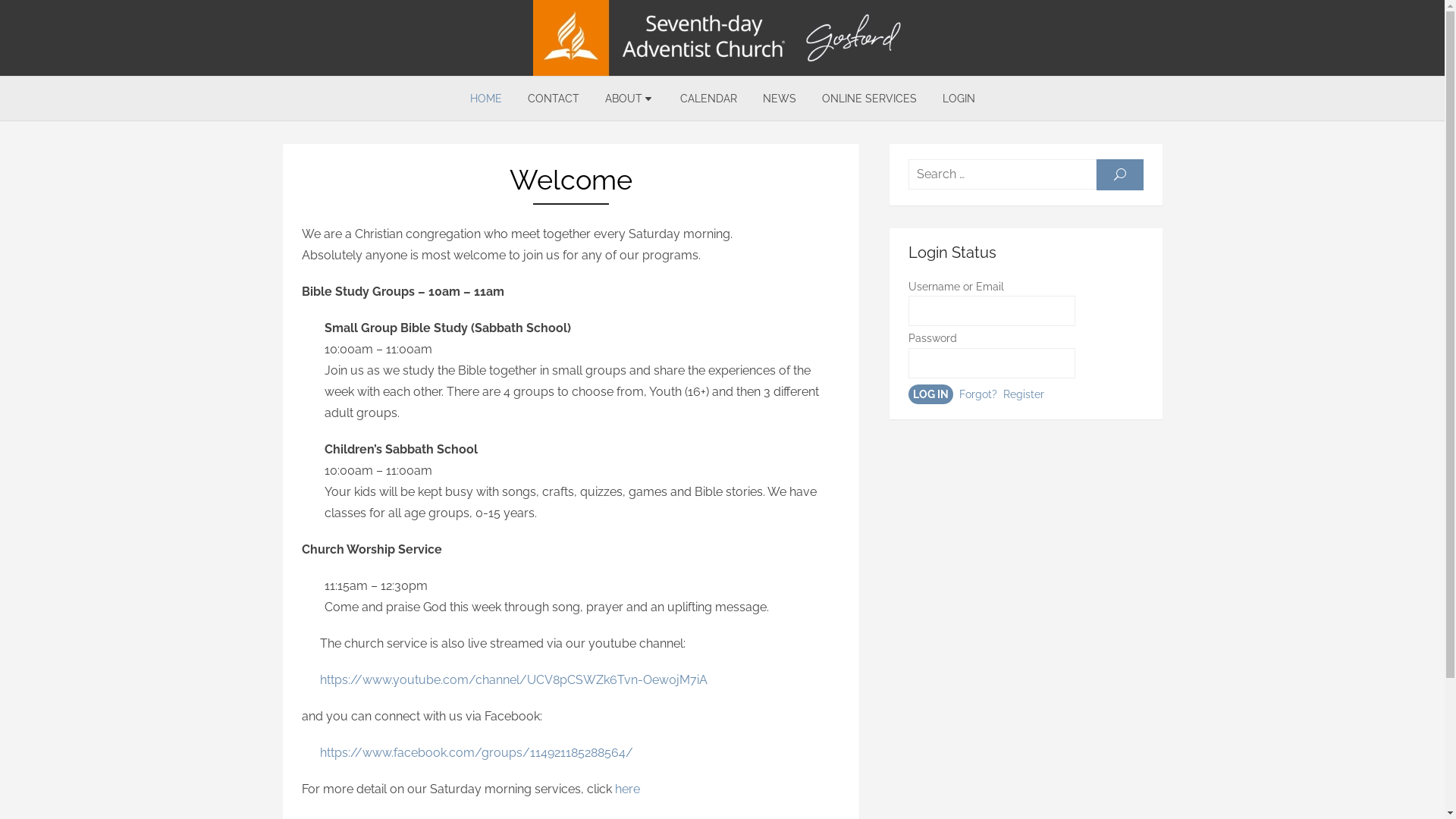 The width and height of the screenshot is (1456, 819). I want to click on 'Forgot?', so click(957, 394).